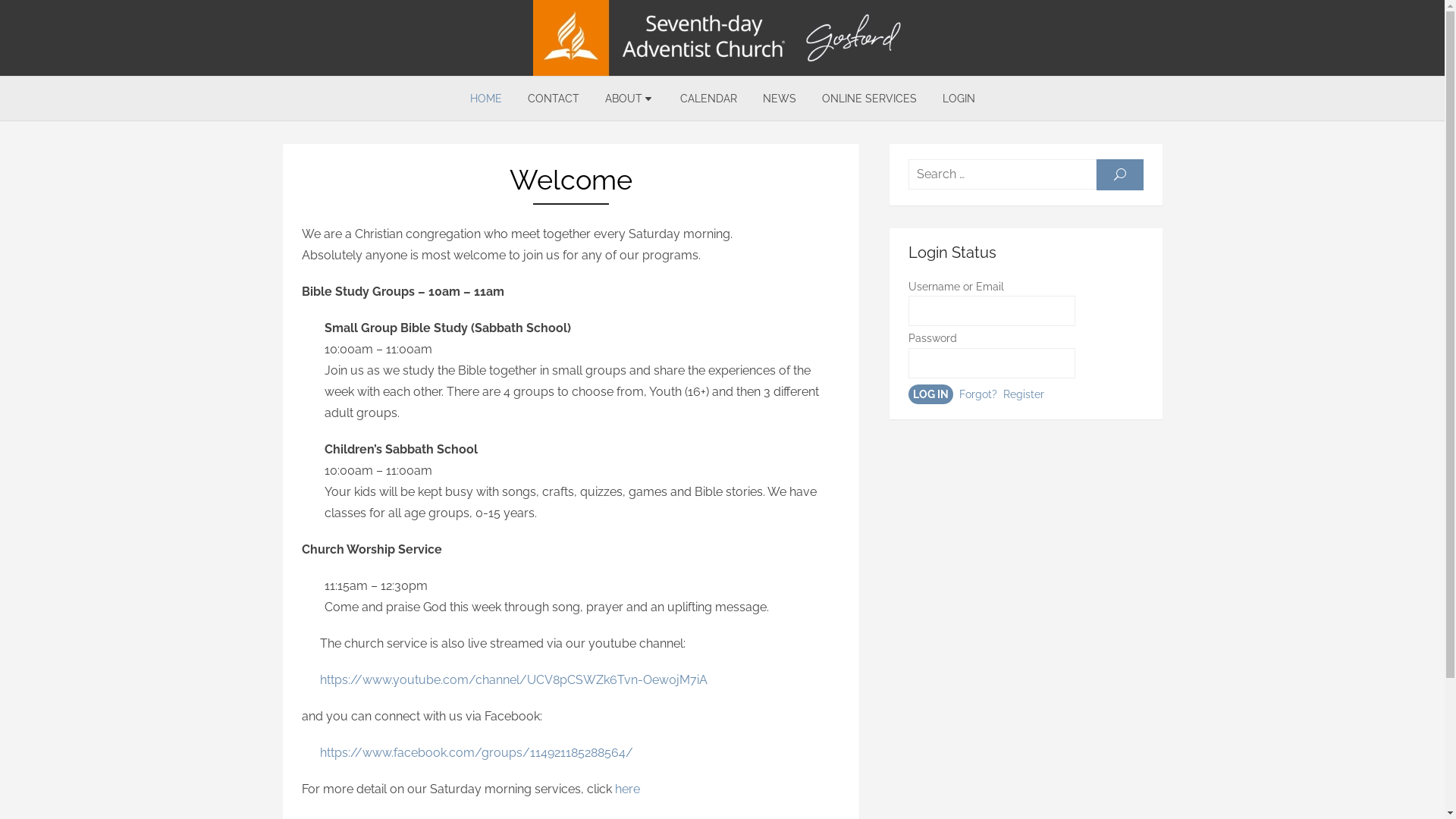 The width and height of the screenshot is (1456, 819). I want to click on 'Forgot?', so click(957, 394).